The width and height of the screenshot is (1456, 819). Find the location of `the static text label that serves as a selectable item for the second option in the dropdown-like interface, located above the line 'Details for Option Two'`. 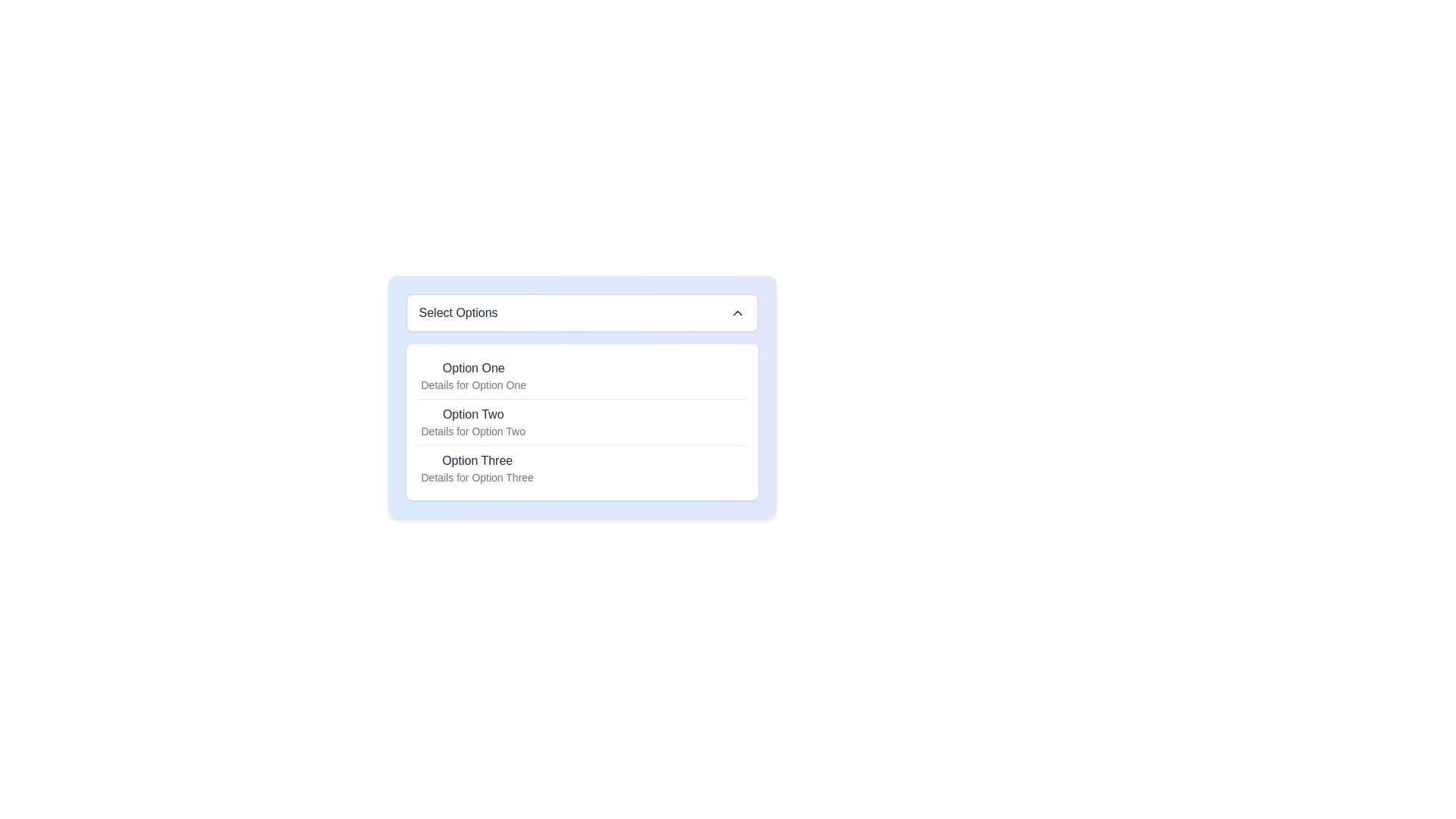

the static text label that serves as a selectable item for the second option in the dropdown-like interface, located above the line 'Details for Option Two' is located at coordinates (472, 415).